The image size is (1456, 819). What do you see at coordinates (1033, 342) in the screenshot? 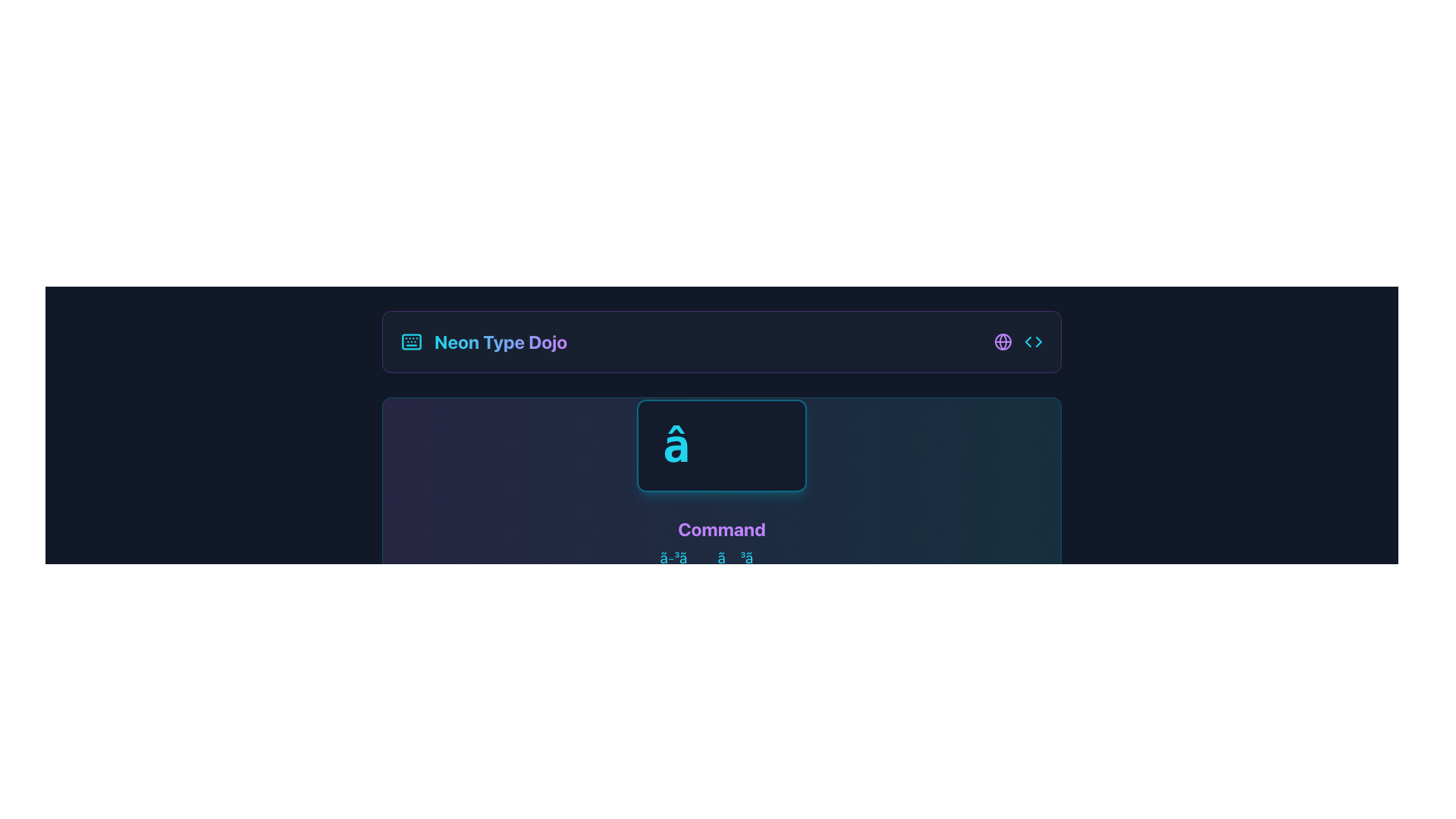
I see `the cyan icon featuring two angular brackets with a line in between, which represents a code or development symbol, located as the second icon in a horizontal group at the top-right section of the interface` at bounding box center [1033, 342].